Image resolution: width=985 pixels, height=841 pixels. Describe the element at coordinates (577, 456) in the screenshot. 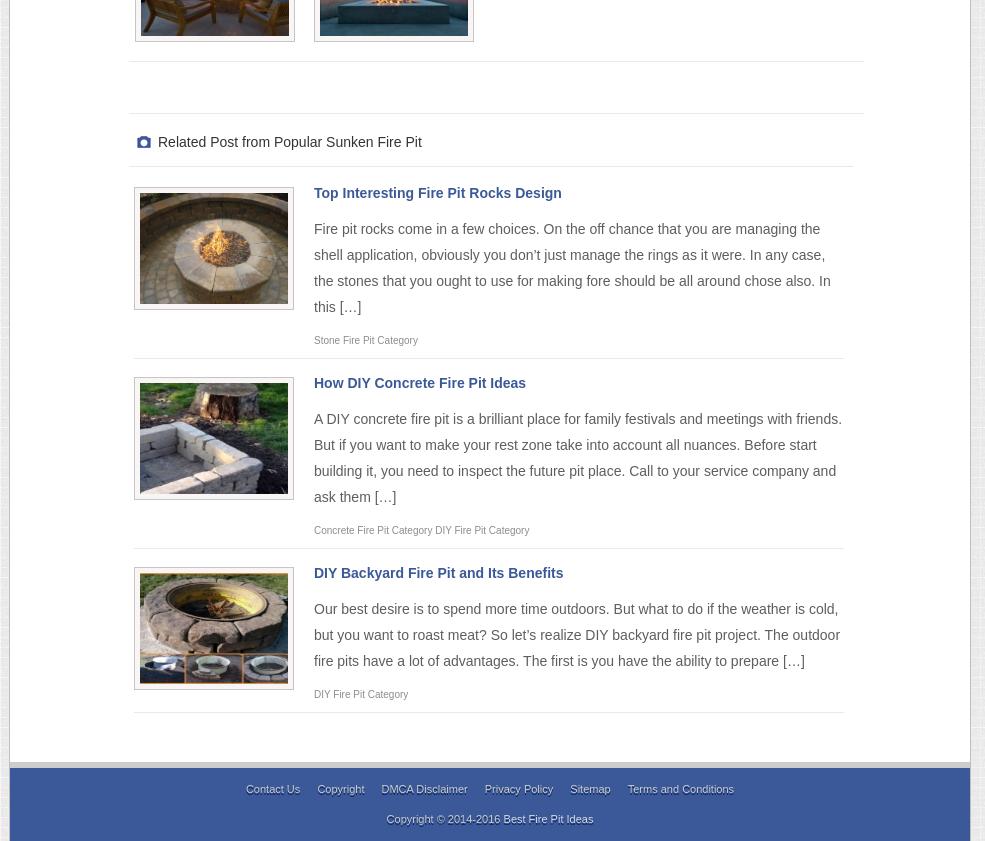

I see `'A DIY concrete fire pit is a brilliant place for family festivals and meetings with friends. But if you want to make your rest zone take into account all nuances. Before start building it, you need to inspect the future pit place. Call to your service company and ask them […]'` at that location.